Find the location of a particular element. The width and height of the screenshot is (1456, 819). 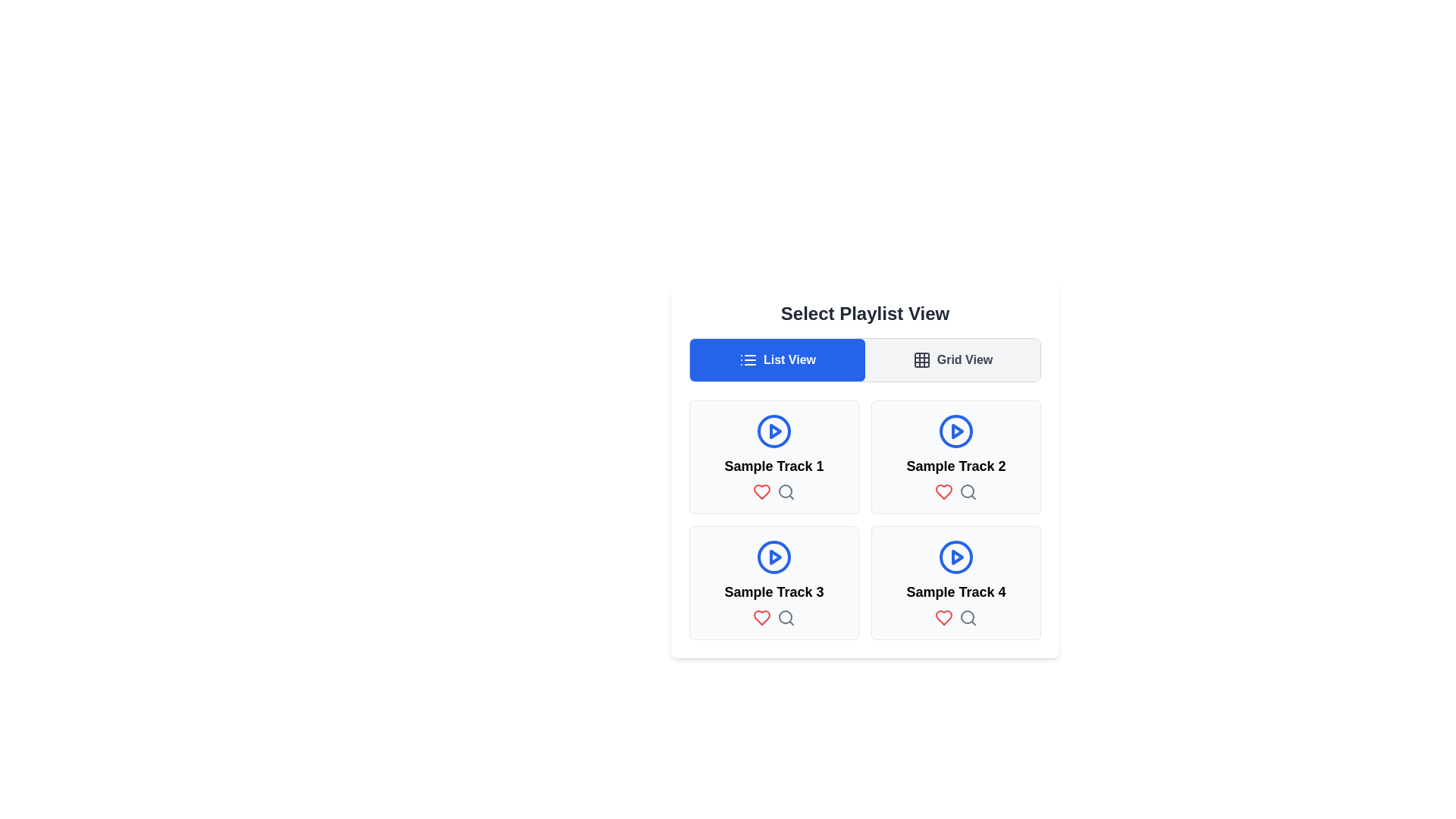

the graphical element at the center of the play button icon for 'Sample Track 4' to initiate the associated action is located at coordinates (955, 557).